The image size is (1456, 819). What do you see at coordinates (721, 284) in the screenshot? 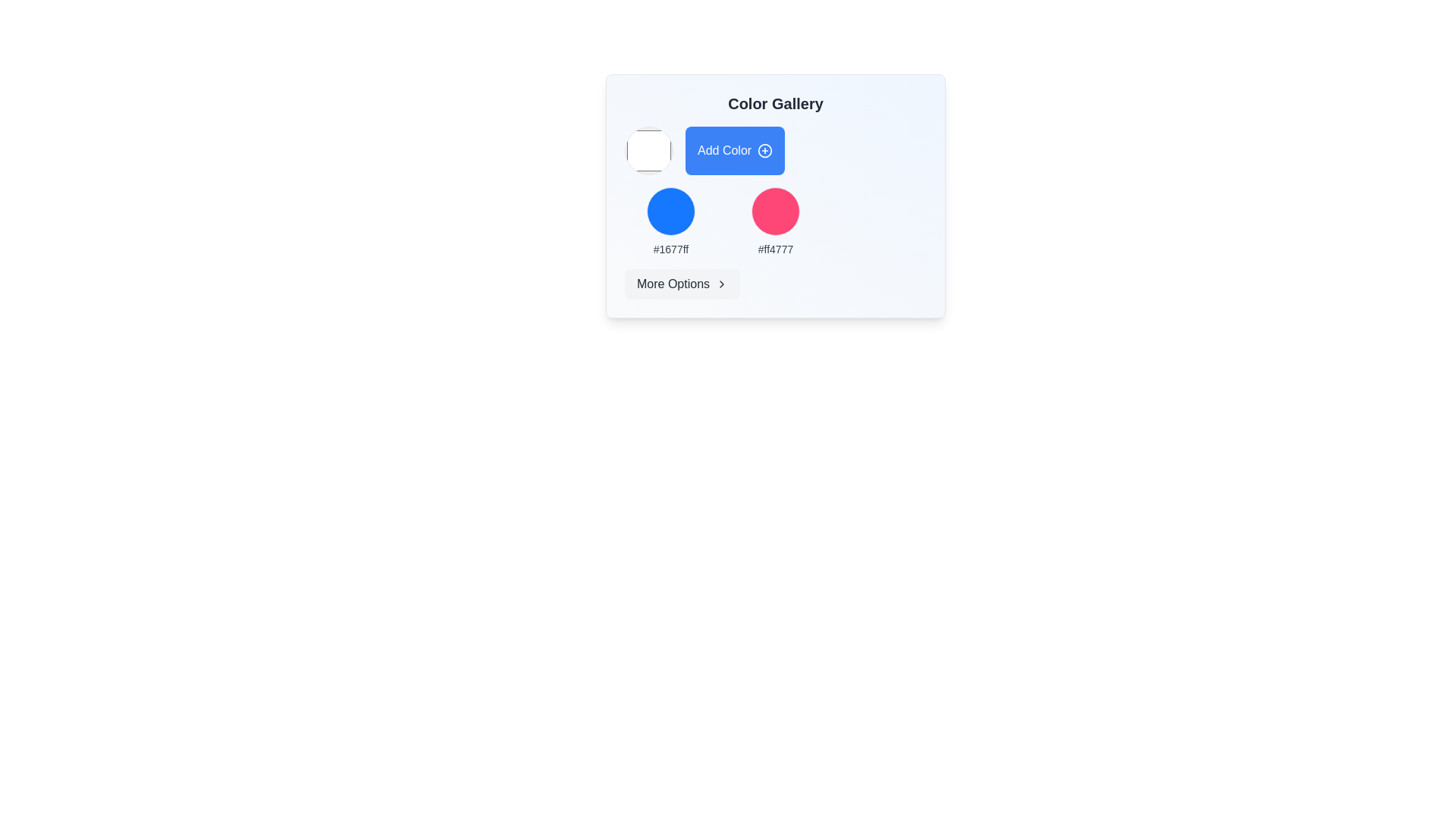
I see `the chevron icon located at the right end of the 'More Options' button` at bounding box center [721, 284].